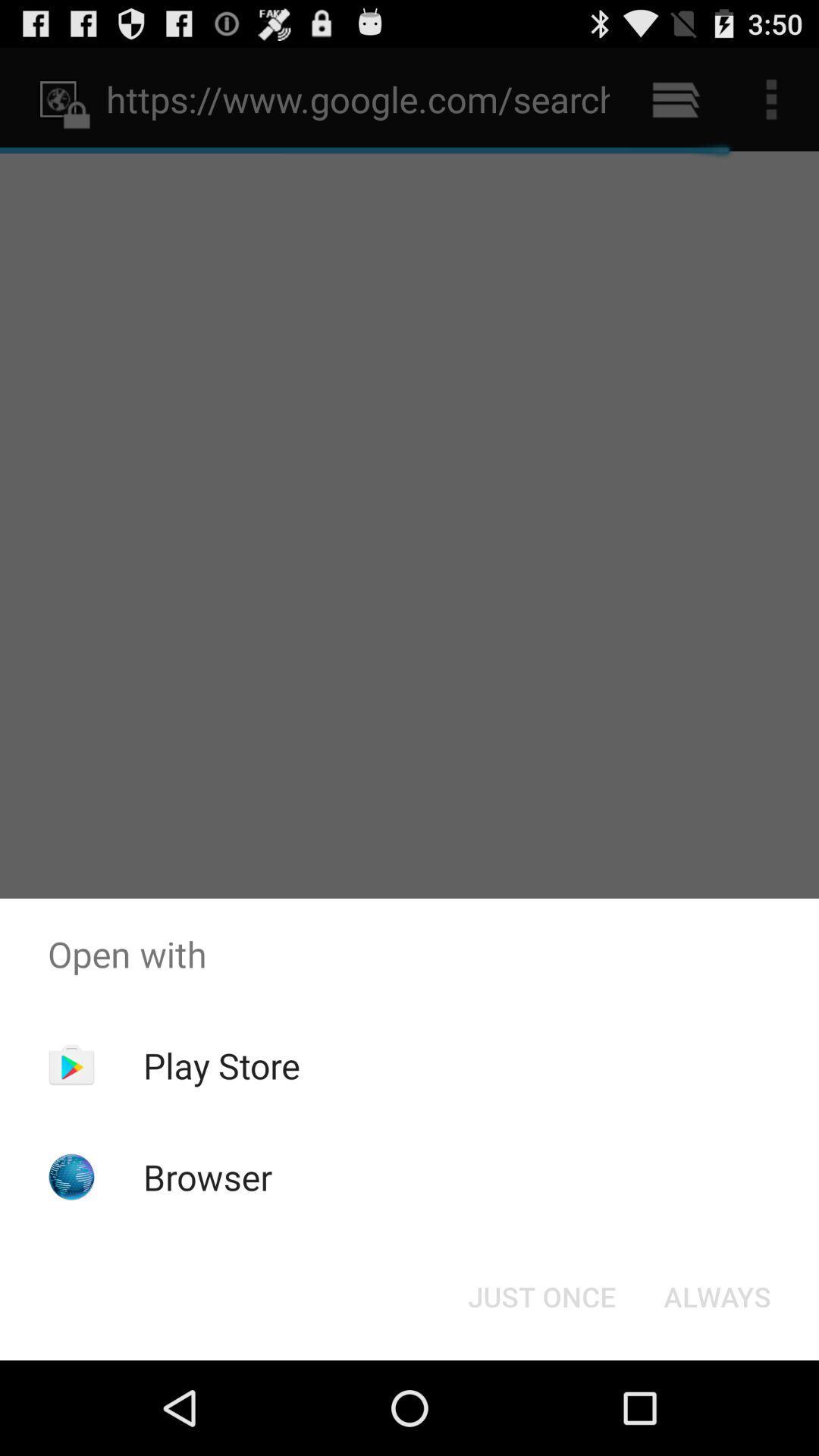  What do you see at coordinates (541, 1295) in the screenshot?
I see `the just once item` at bounding box center [541, 1295].